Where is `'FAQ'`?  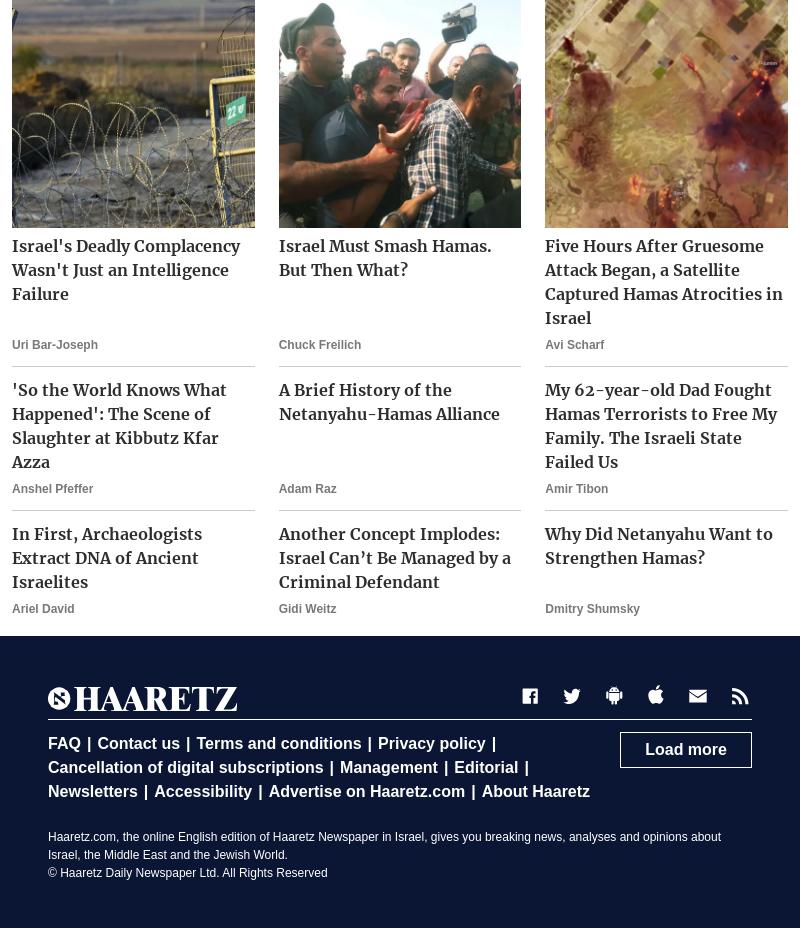 'FAQ' is located at coordinates (63, 742).